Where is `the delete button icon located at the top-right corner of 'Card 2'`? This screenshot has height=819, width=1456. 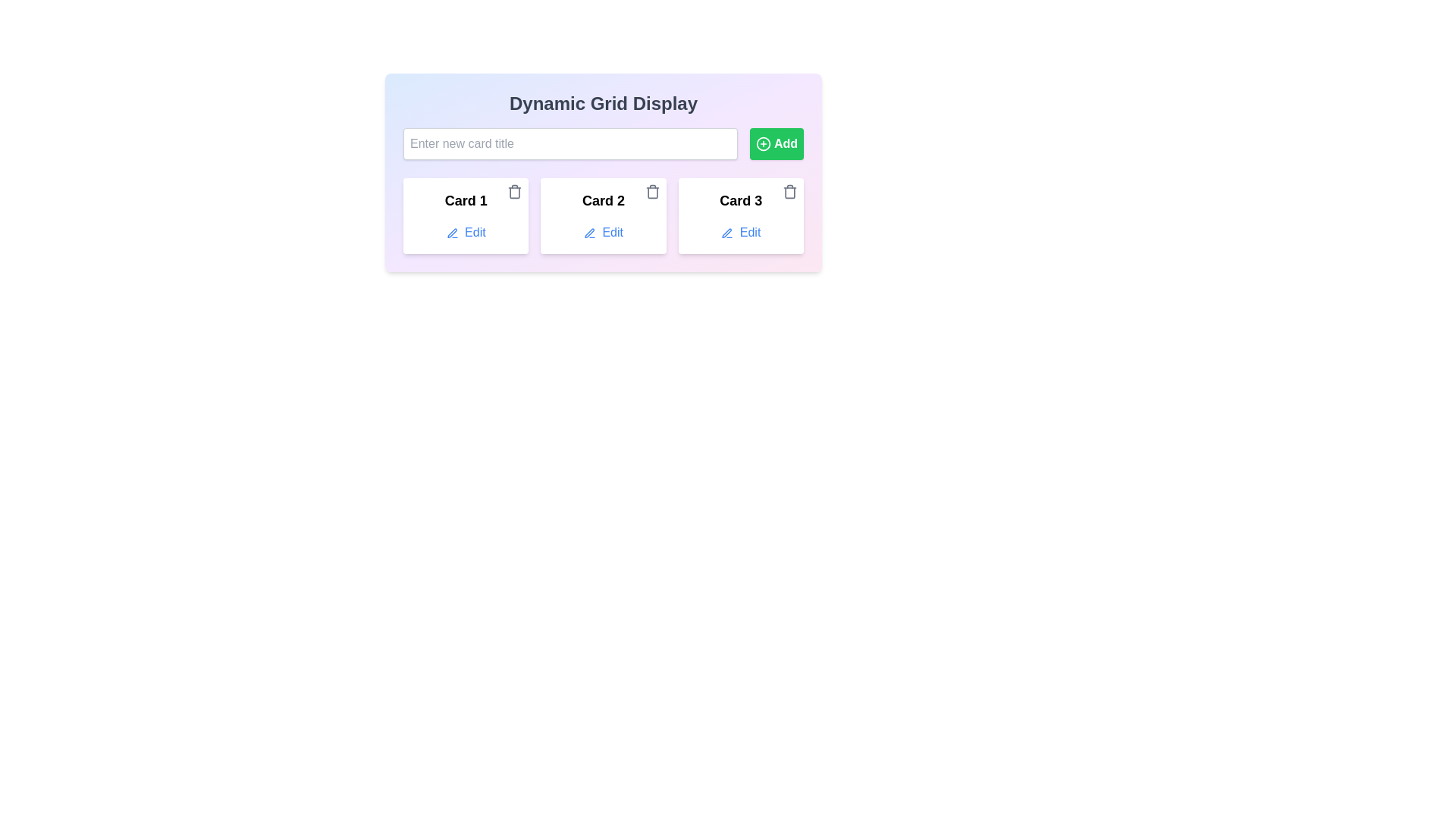 the delete button icon located at the top-right corner of 'Card 2' is located at coordinates (652, 191).